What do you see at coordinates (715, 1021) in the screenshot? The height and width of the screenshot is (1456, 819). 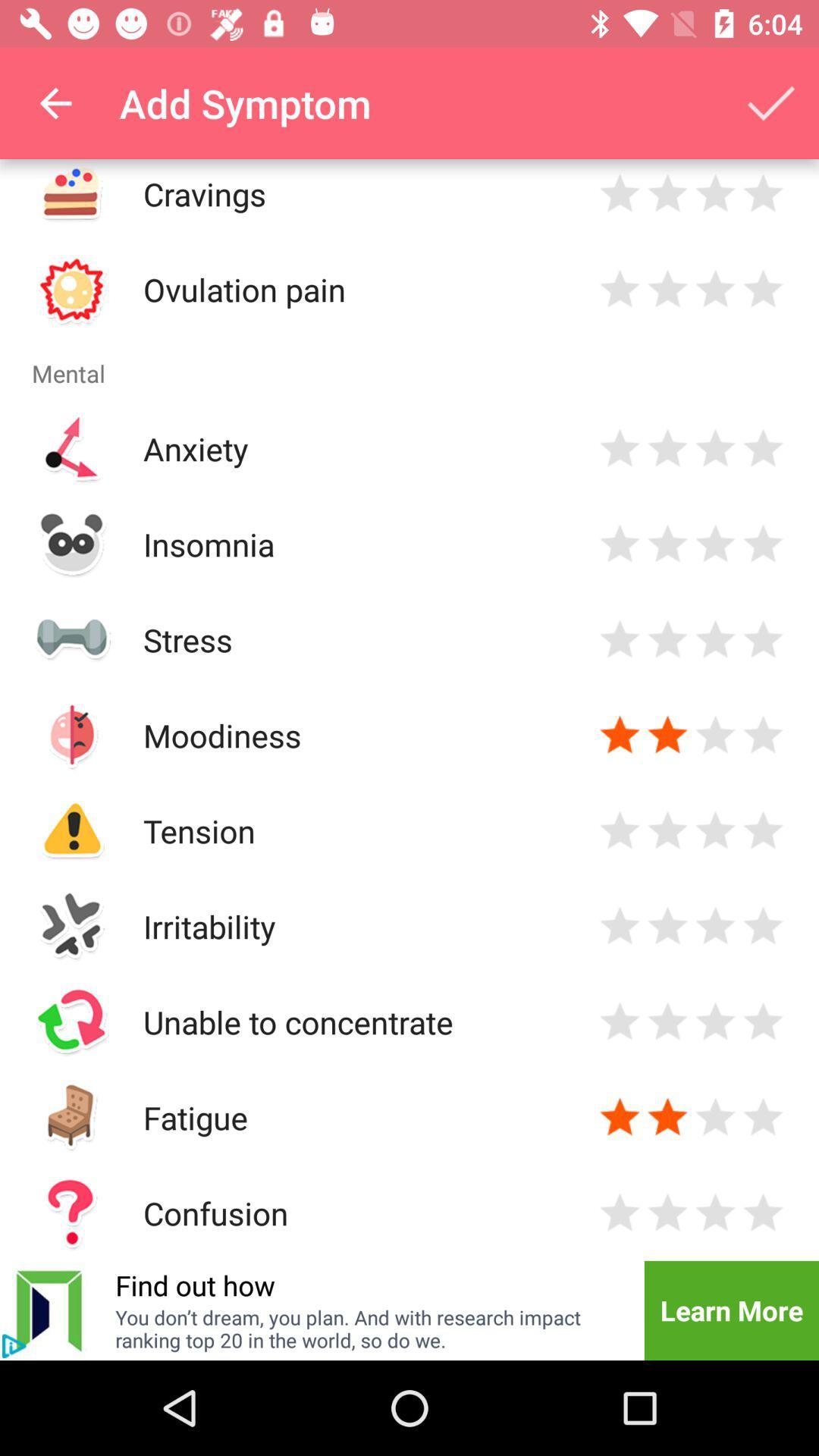 I see `rate symptom 3 stars` at bounding box center [715, 1021].